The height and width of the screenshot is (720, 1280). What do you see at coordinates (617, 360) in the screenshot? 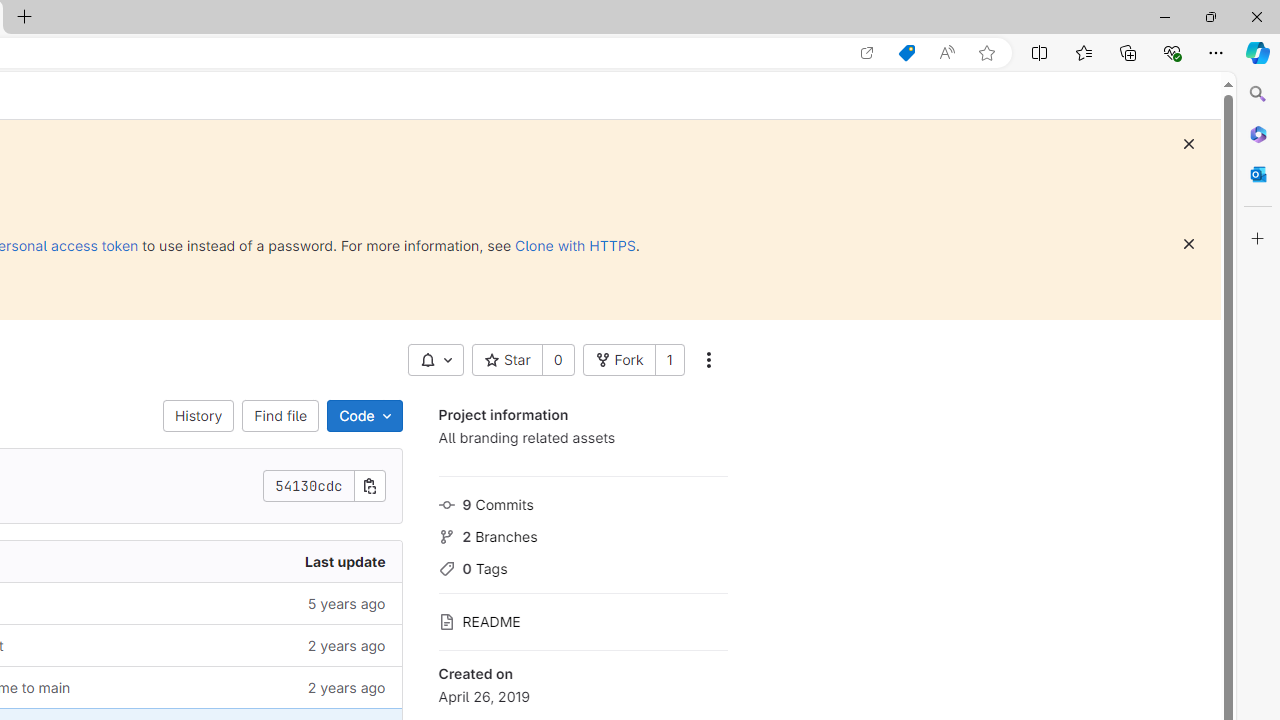
I see `'Fork'` at bounding box center [617, 360].